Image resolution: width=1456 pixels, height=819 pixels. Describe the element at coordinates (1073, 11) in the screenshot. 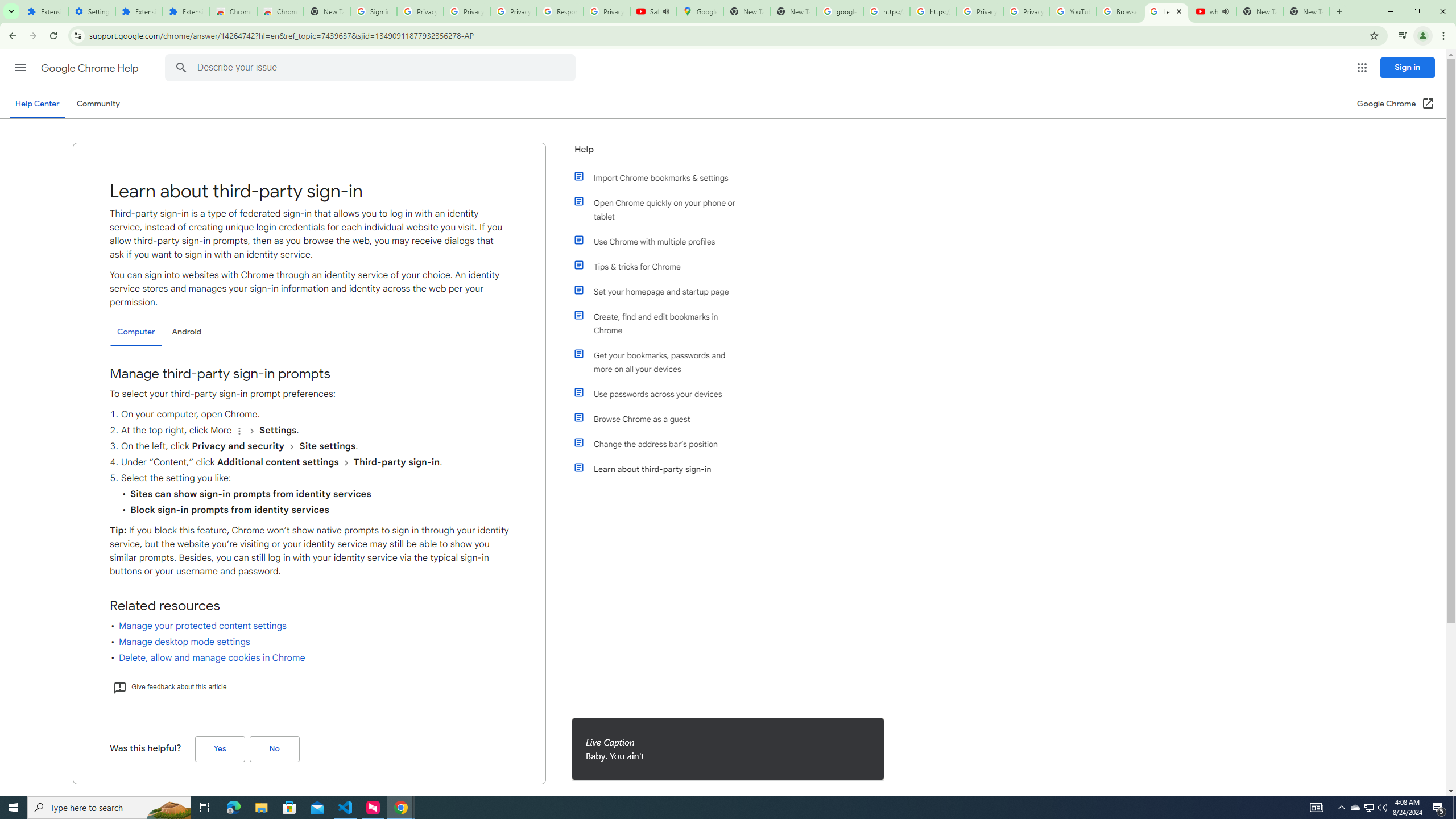

I see `'YouTube'` at that location.